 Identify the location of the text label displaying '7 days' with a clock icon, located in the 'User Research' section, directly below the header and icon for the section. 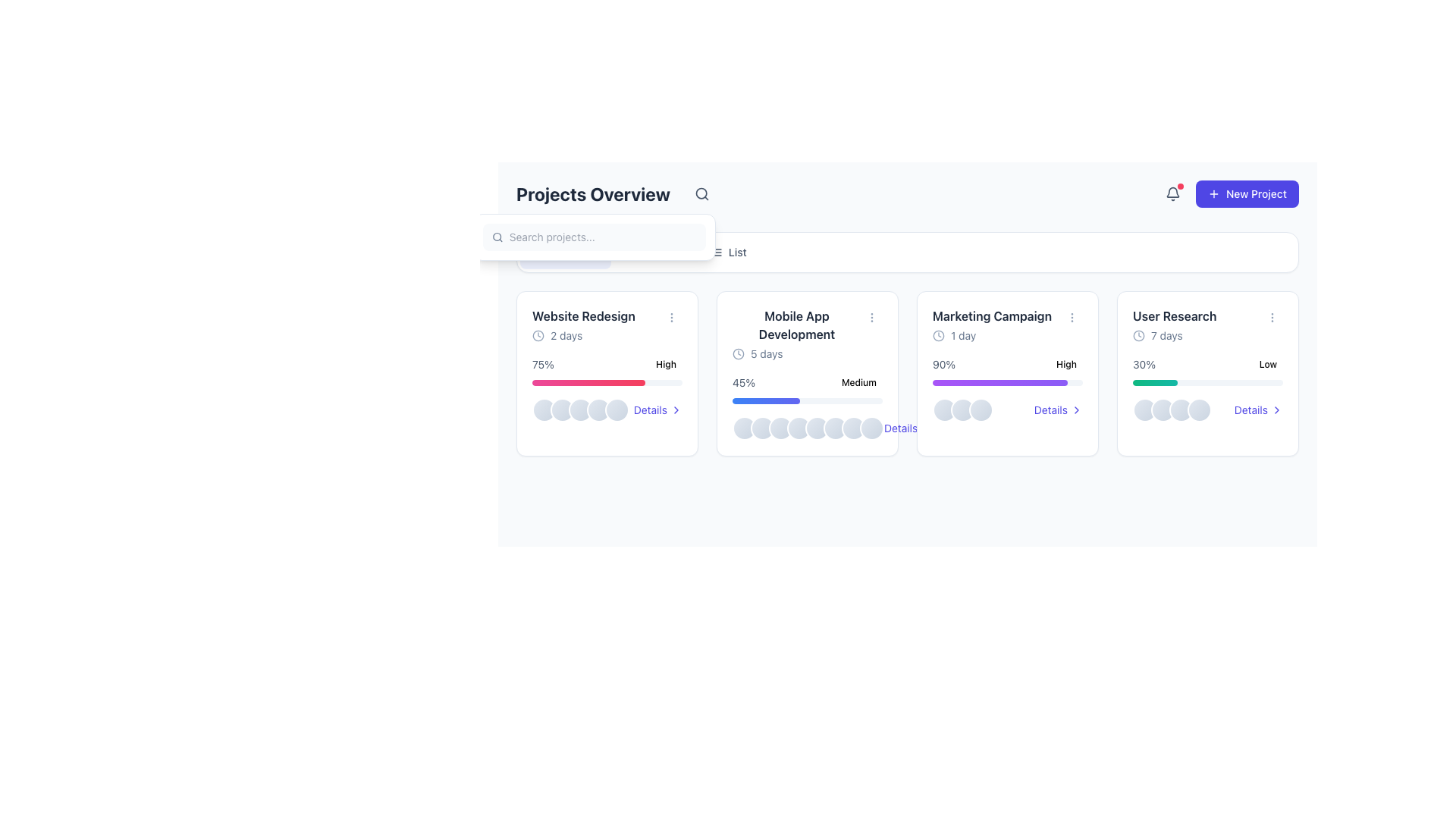
(1174, 335).